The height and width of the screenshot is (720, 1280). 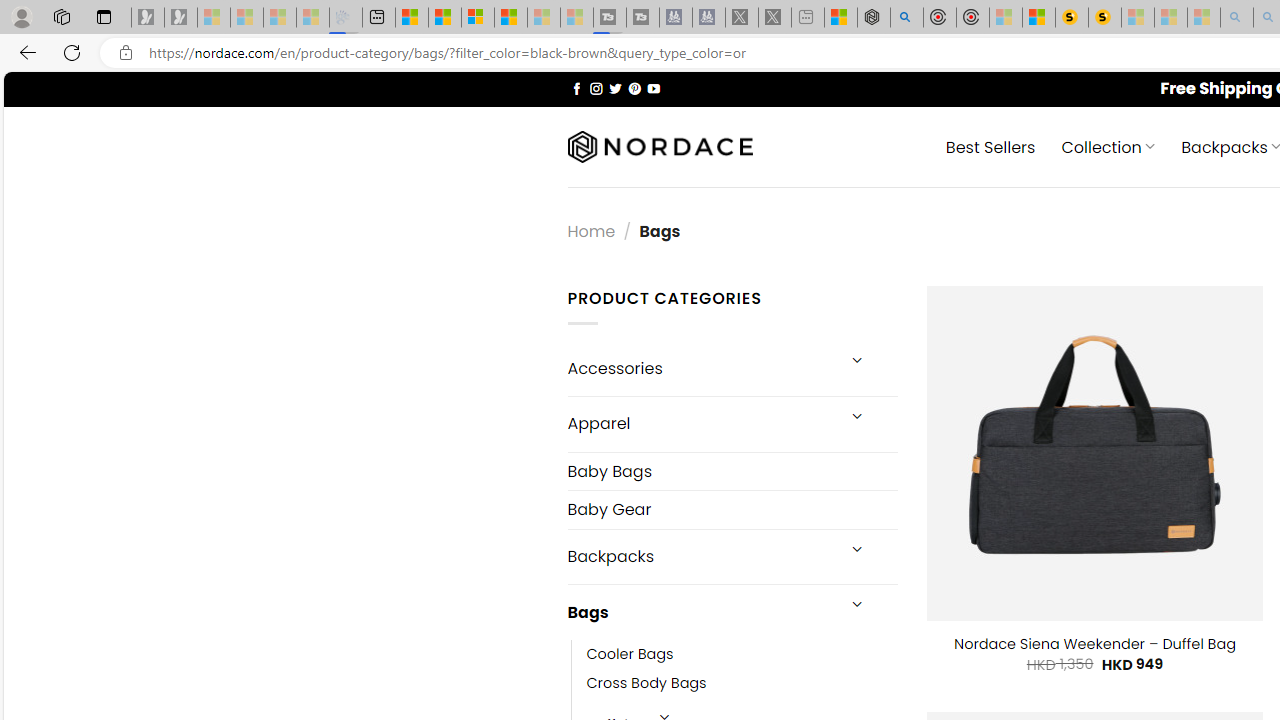 What do you see at coordinates (181, 17) in the screenshot?
I see `'Newsletter Sign Up - Sleeping'` at bounding box center [181, 17].